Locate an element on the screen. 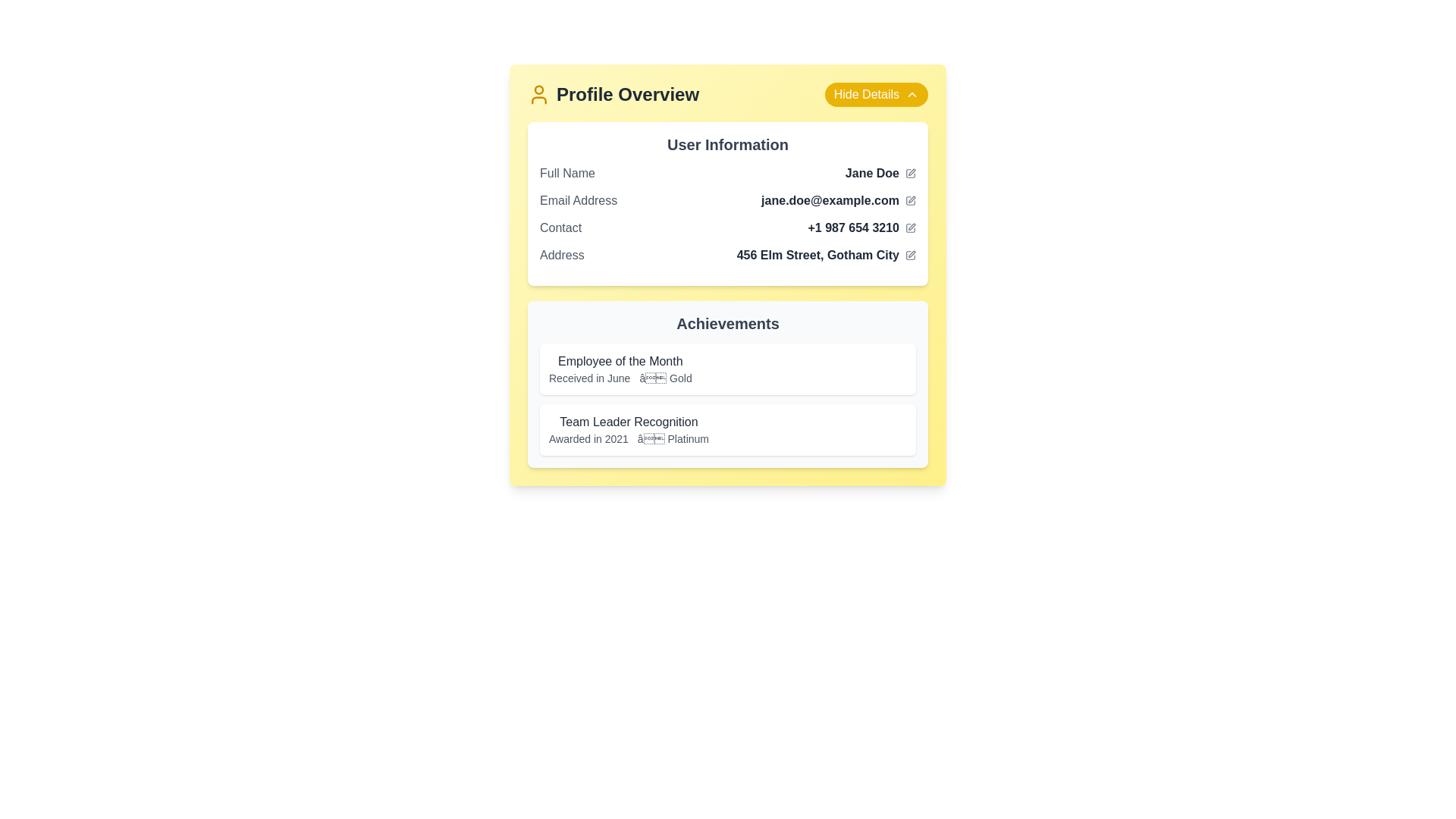 The height and width of the screenshot is (819, 1456). details contained in the Text Label that describes the award details for 'Employee of the Month', including the timeframe and award level is located at coordinates (620, 377).